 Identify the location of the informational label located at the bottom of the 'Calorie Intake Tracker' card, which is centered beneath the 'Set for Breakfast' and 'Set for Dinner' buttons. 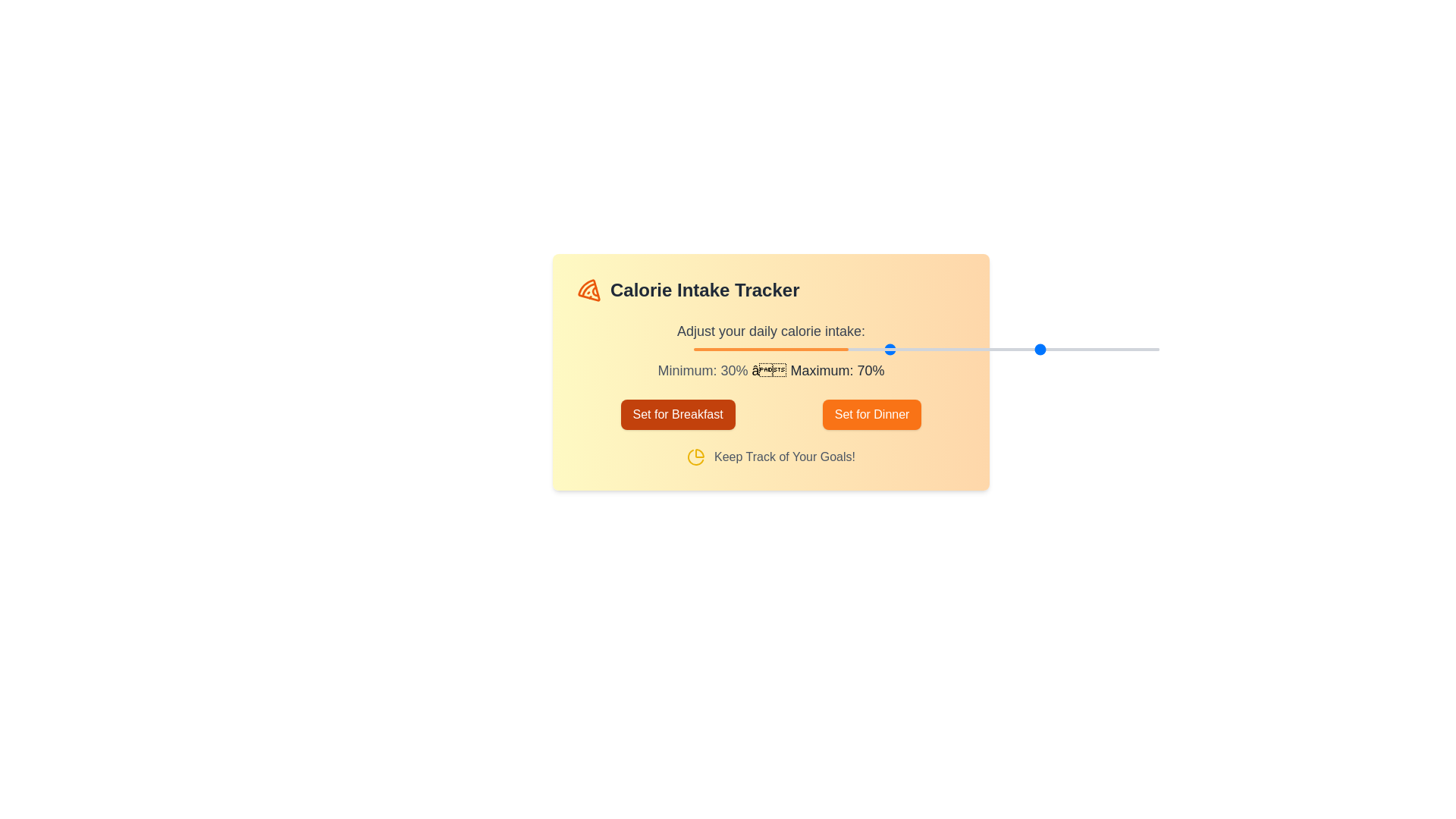
(771, 456).